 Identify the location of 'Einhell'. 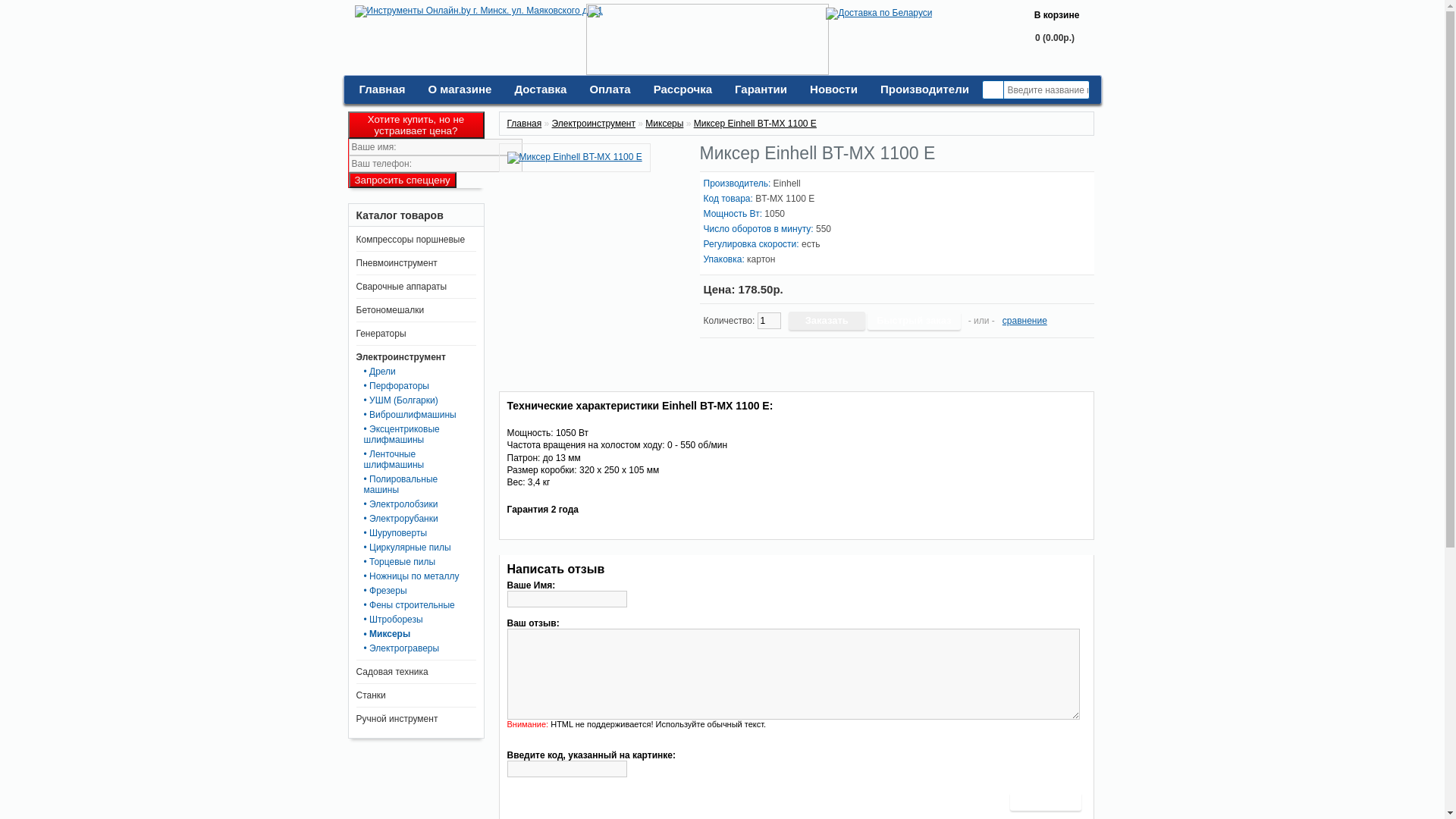
(786, 183).